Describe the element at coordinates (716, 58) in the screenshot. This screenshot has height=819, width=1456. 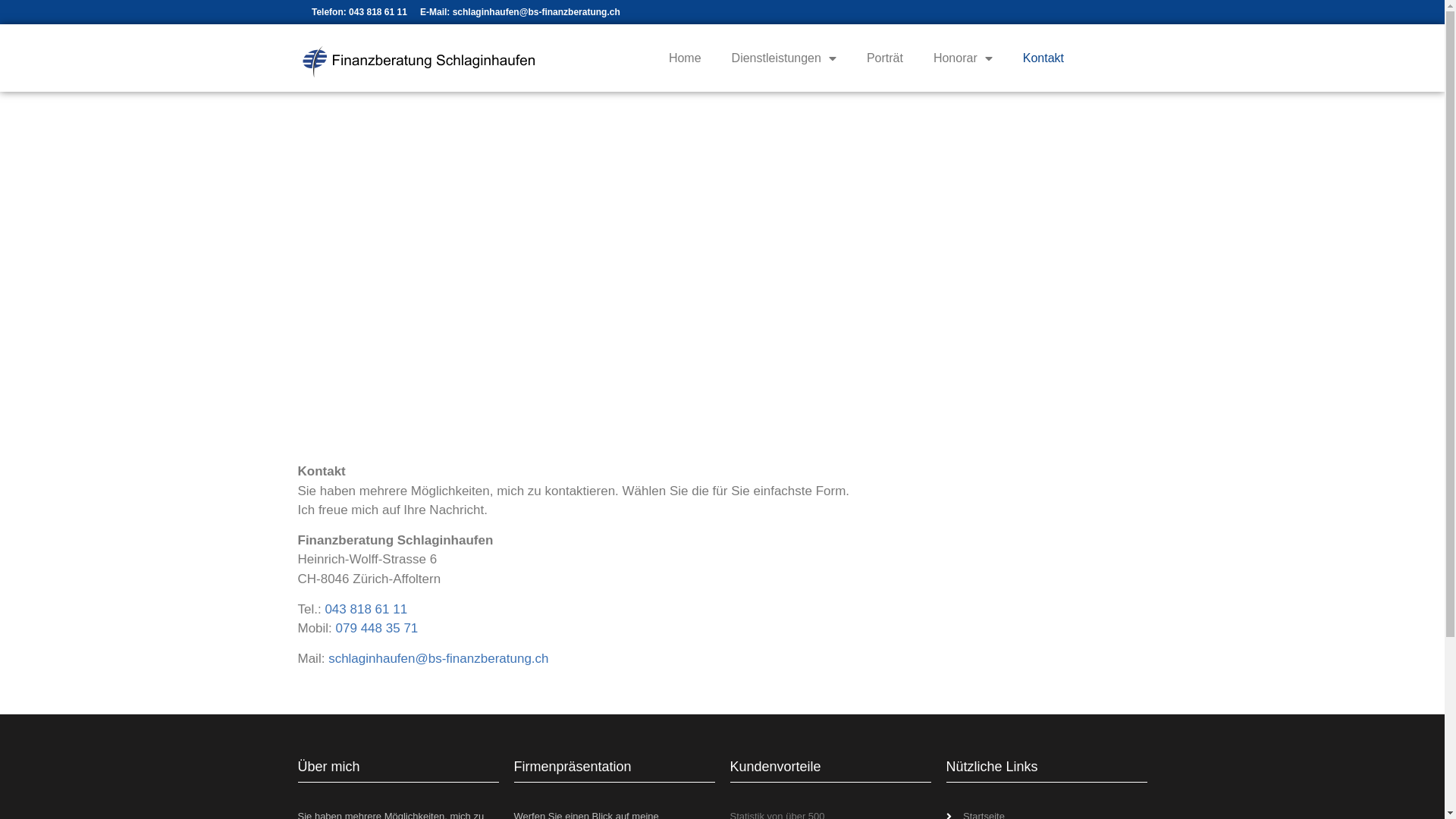
I see `'Dienstleistungen'` at that location.